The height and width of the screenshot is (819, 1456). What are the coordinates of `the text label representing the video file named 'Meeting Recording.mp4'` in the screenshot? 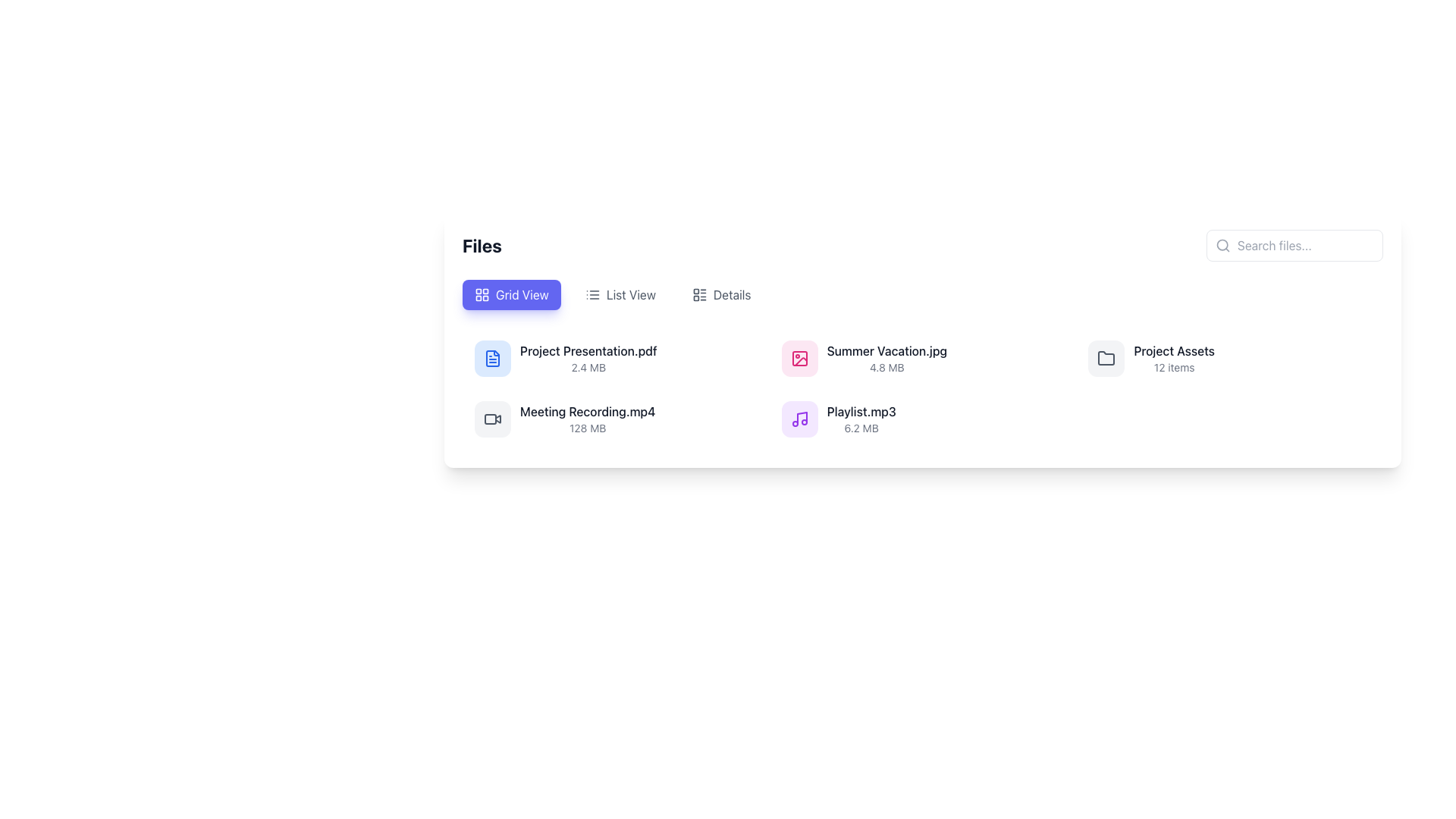 It's located at (587, 412).